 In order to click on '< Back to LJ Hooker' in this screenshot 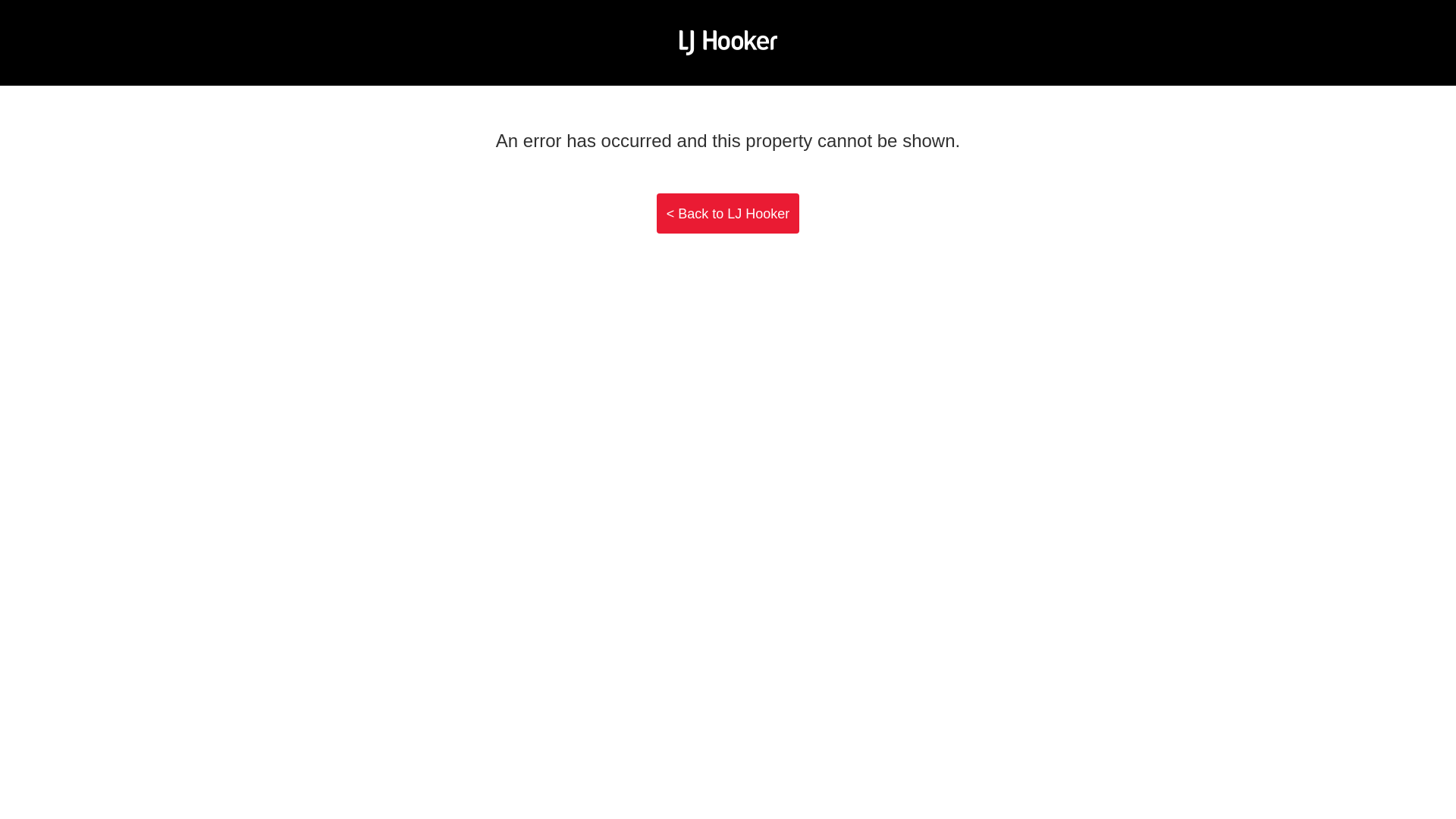, I will do `click(728, 213)`.